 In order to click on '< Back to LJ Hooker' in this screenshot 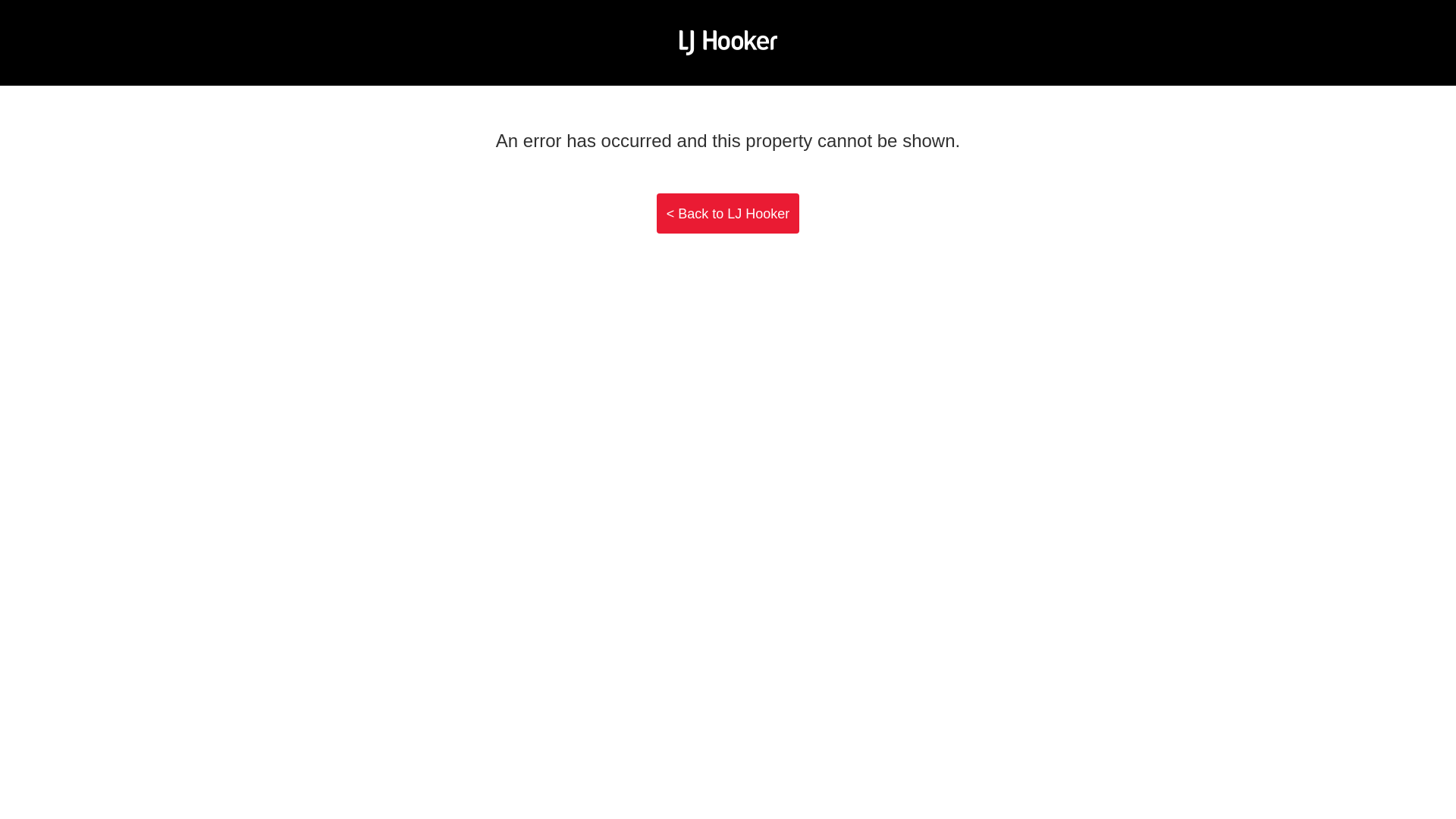, I will do `click(728, 213)`.